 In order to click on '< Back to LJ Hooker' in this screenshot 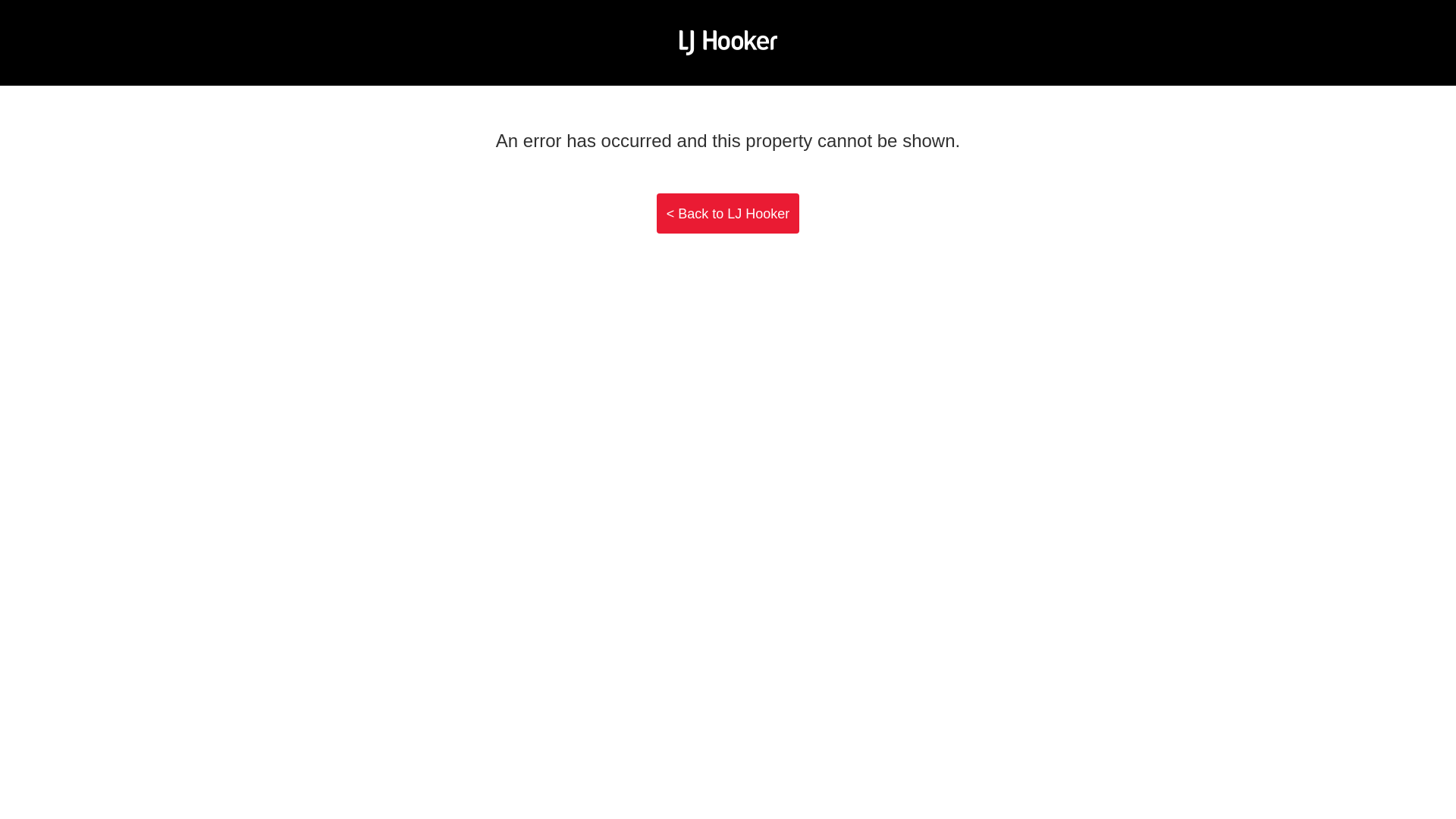, I will do `click(728, 213)`.